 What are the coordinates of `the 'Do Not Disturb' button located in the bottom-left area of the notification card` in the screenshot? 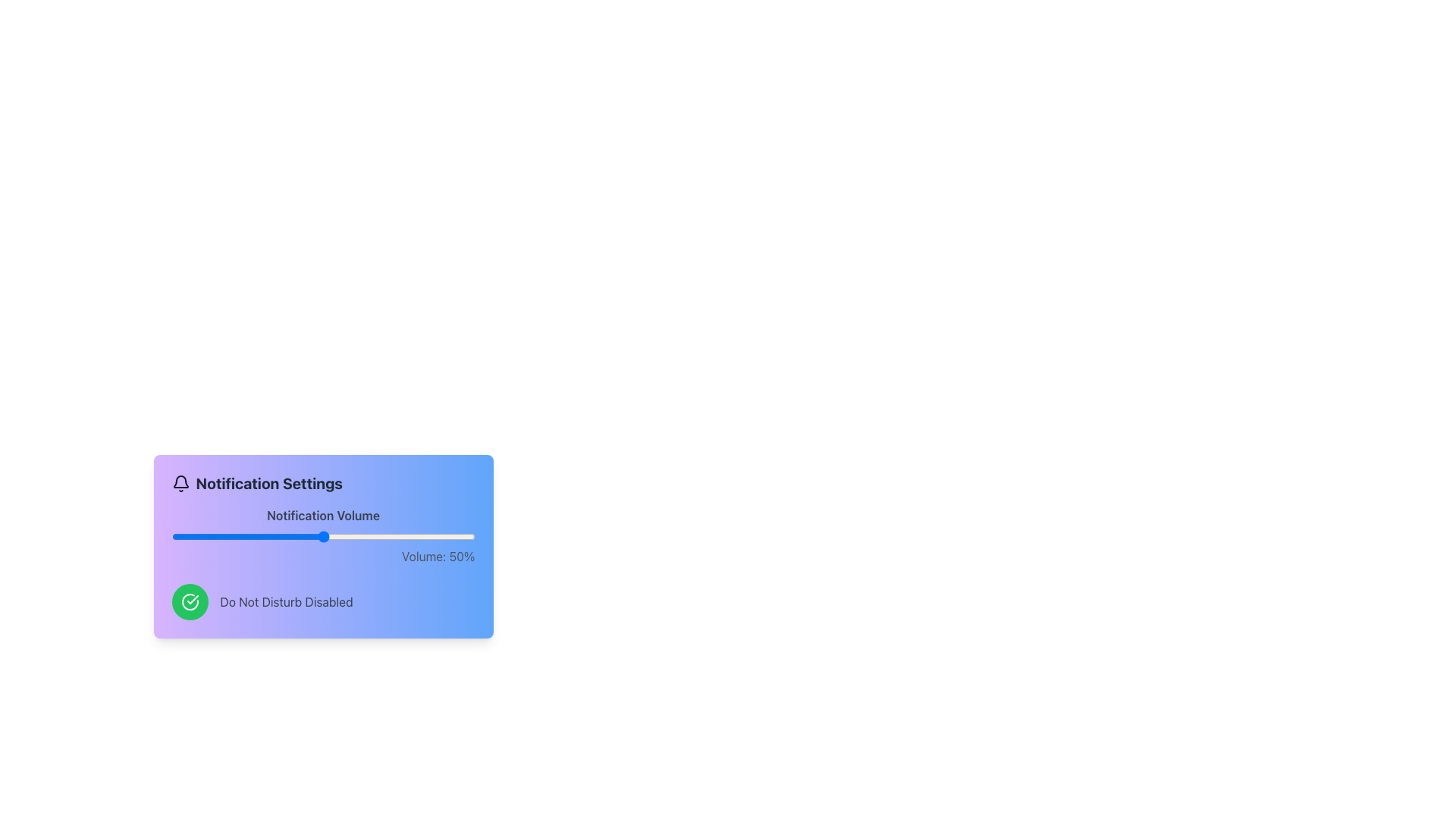 It's located at (189, 601).